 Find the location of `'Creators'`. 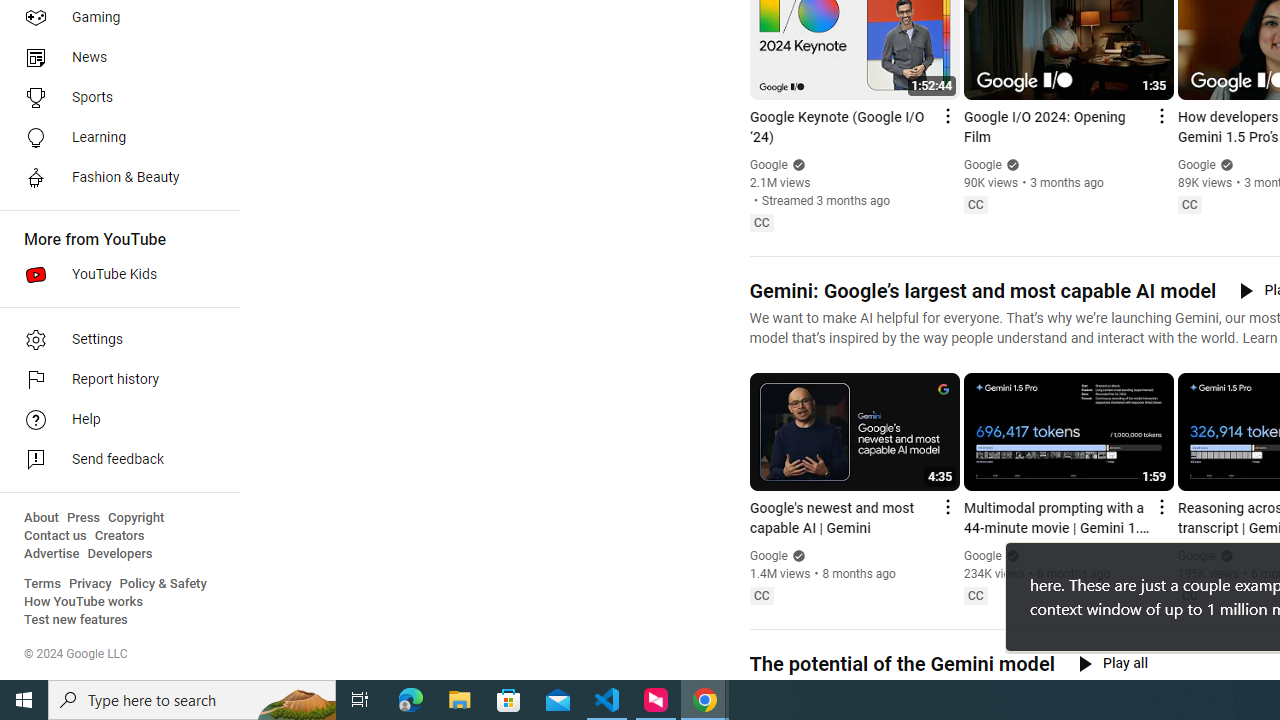

'Creators' is located at coordinates (118, 535).